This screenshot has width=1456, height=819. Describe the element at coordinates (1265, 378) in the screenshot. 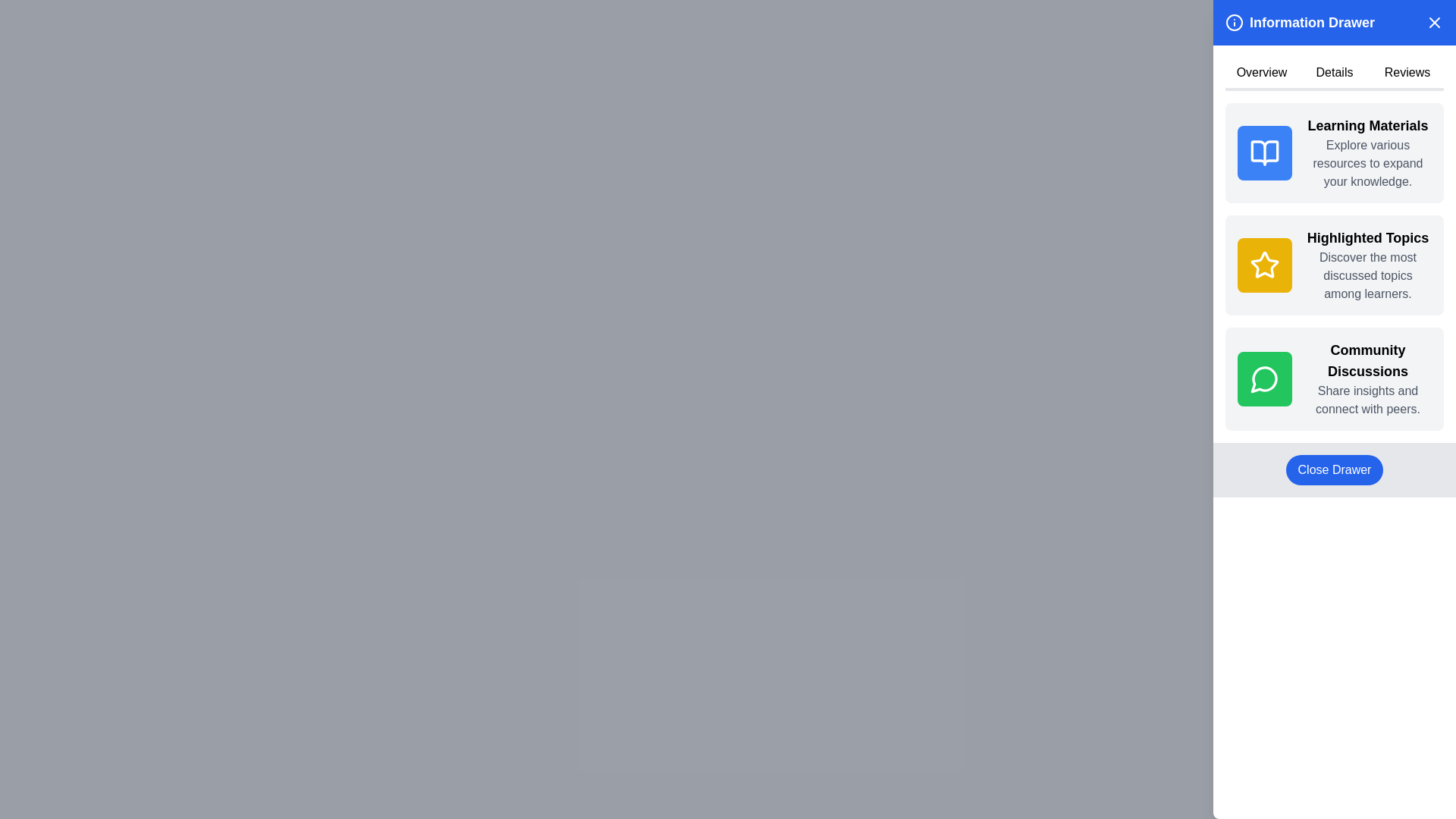

I see `the Icon button representing the 'Community Discussions' section to associate it with the textual content 'Share insights and connect with peers.'` at that location.